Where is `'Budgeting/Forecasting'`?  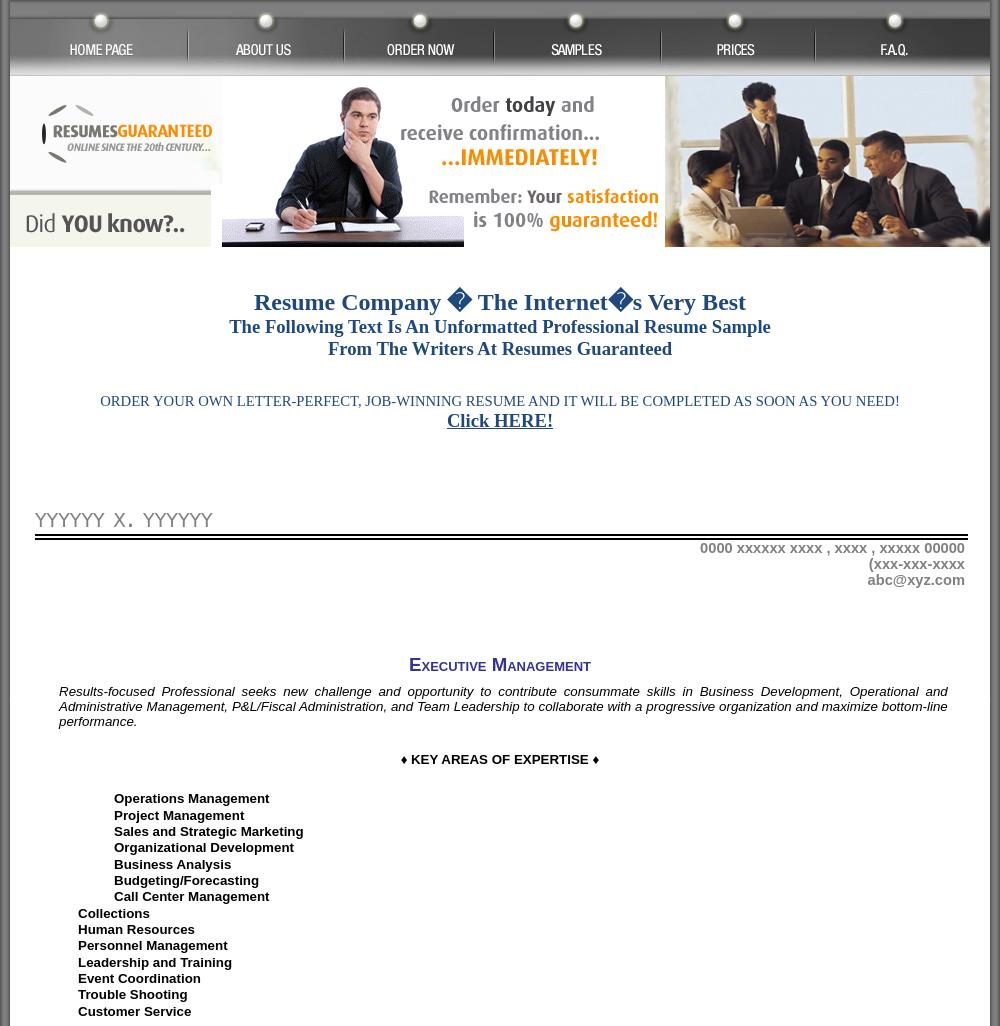 'Budgeting/Forecasting' is located at coordinates (113, 878).